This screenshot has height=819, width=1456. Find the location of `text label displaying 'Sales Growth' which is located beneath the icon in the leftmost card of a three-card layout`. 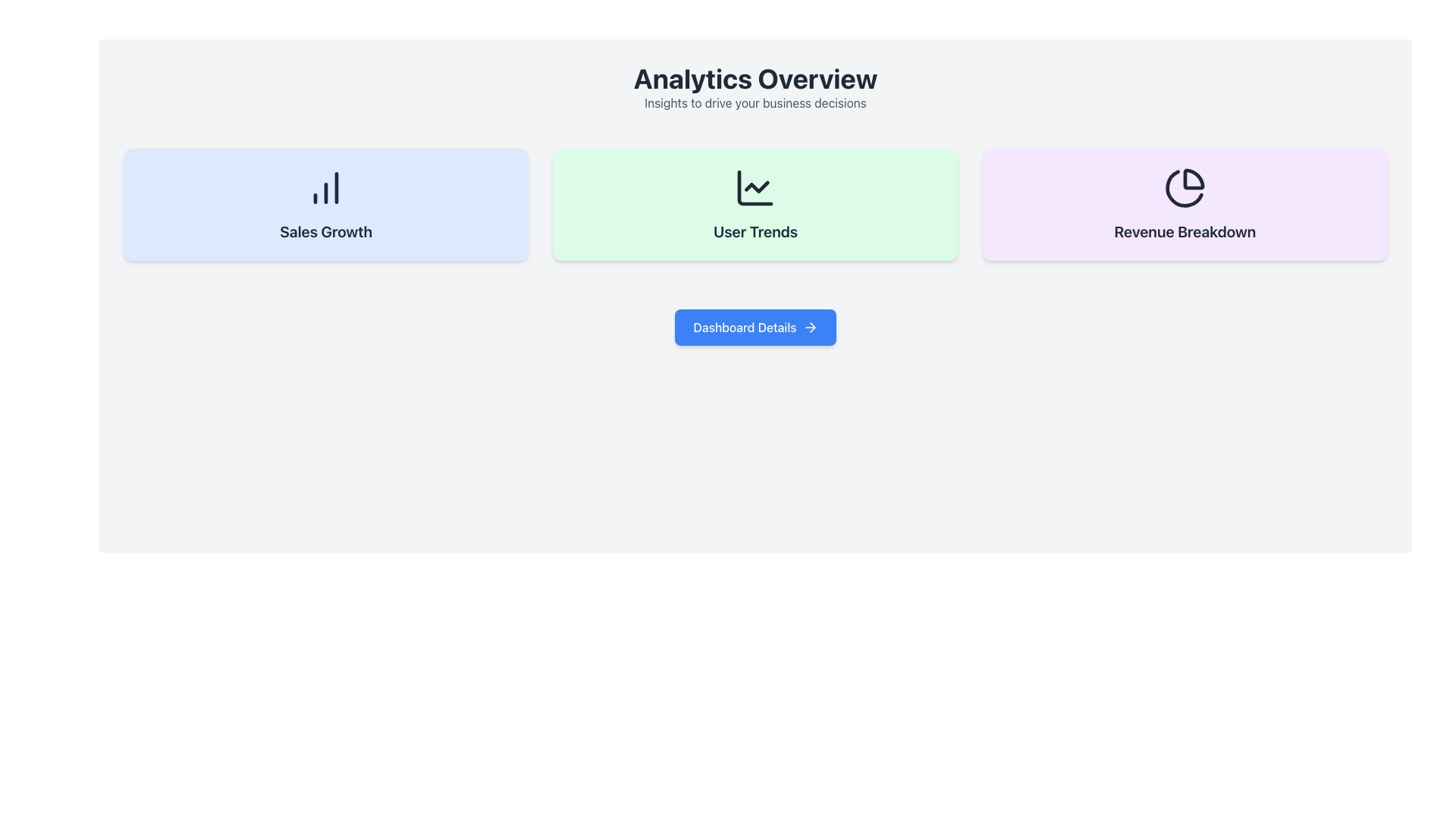

text label displaying 'Sales Growth' which is located beneath the icon in the leftmost card of a three-card layout is located at coordinates (325, 231).